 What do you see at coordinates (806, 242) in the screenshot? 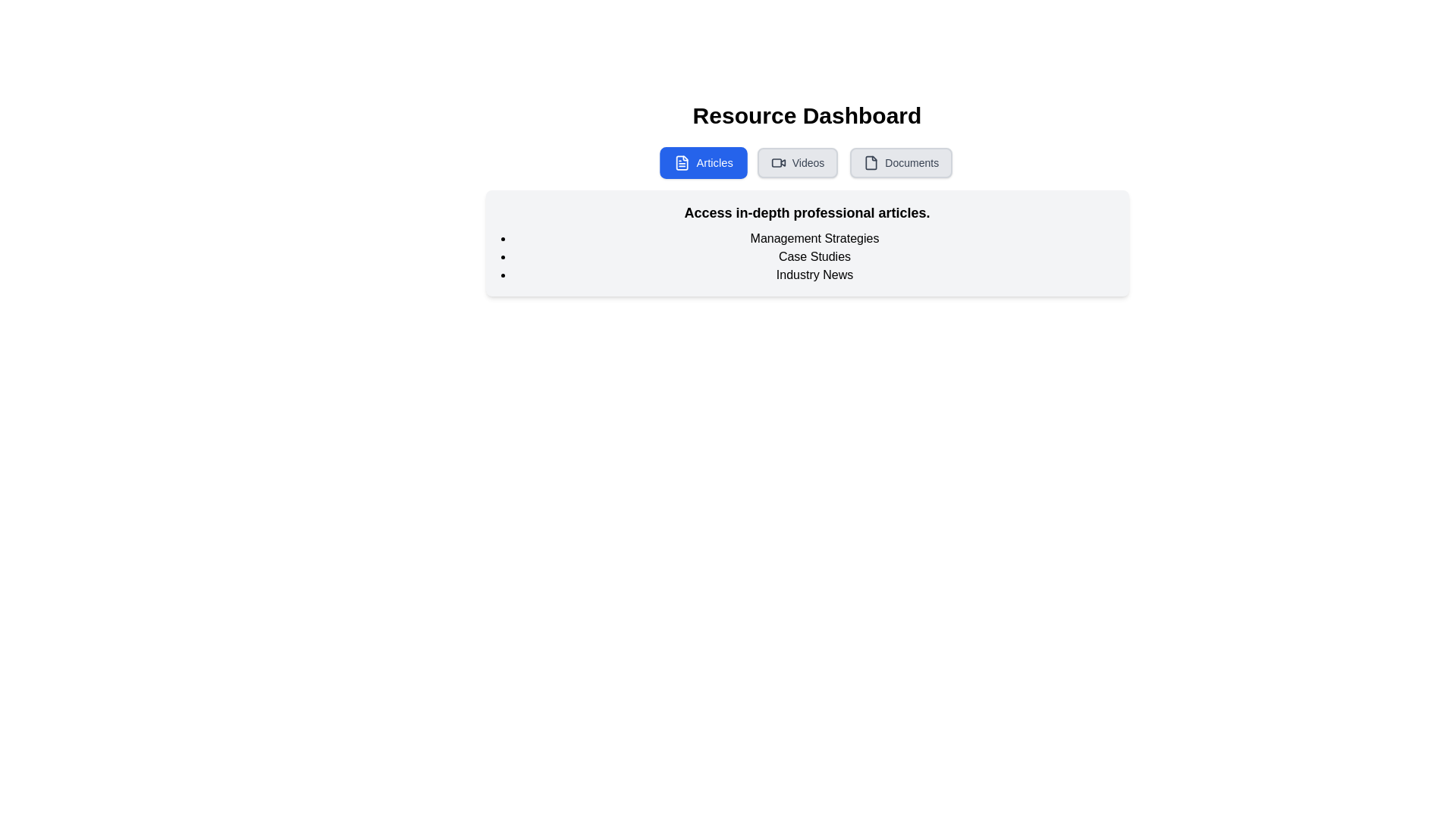
I see `text from the Content display panel that has a light gray background and includes the heading 'Access in-depth professional articles.' followed by a bulleted list of items: 'Management Strategies,' 'Case Studies,' and 'Industry News.'` at bounding box center [806, 242].